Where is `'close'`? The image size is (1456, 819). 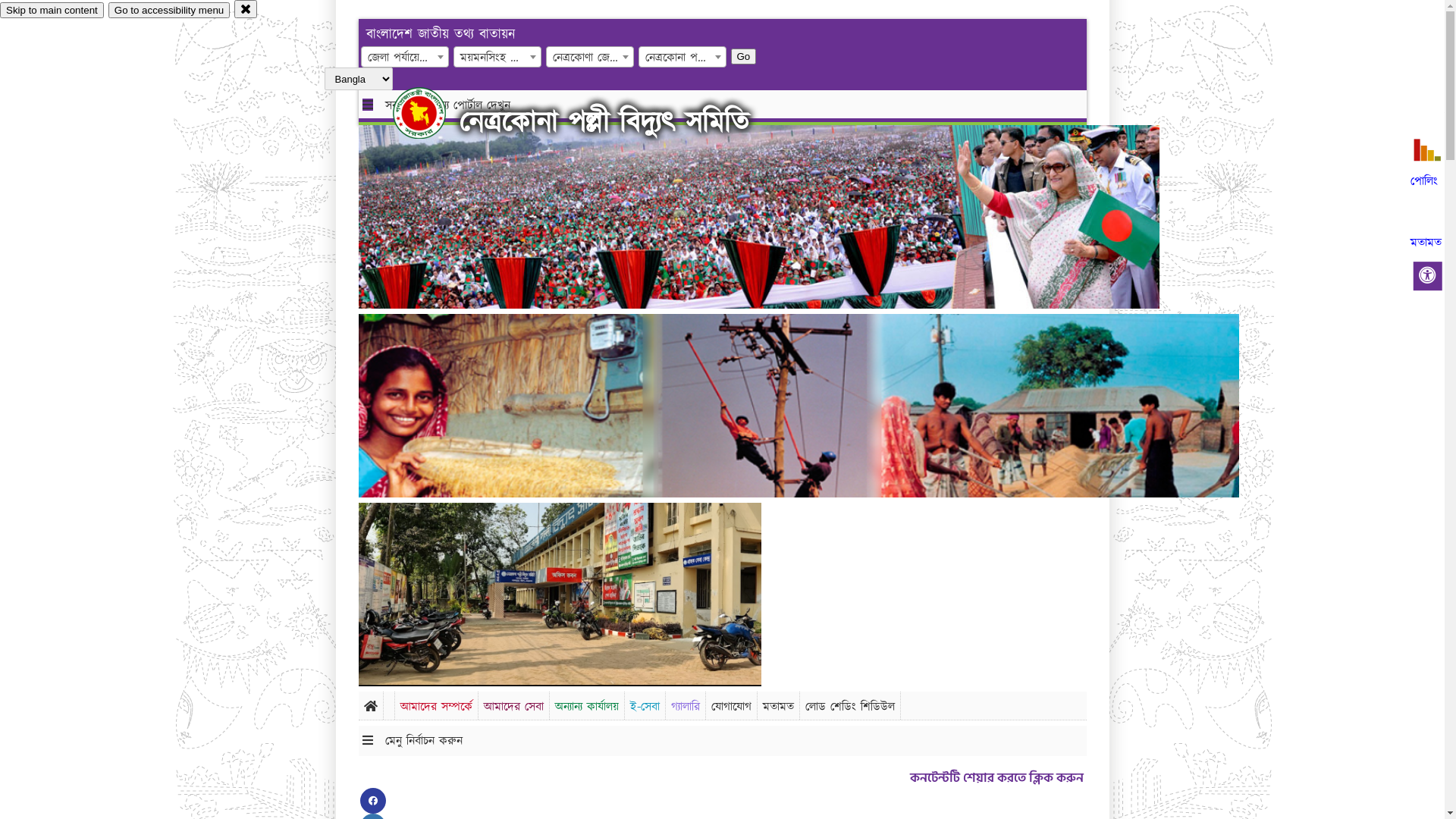
'close' is located at coordinates (246, 8).